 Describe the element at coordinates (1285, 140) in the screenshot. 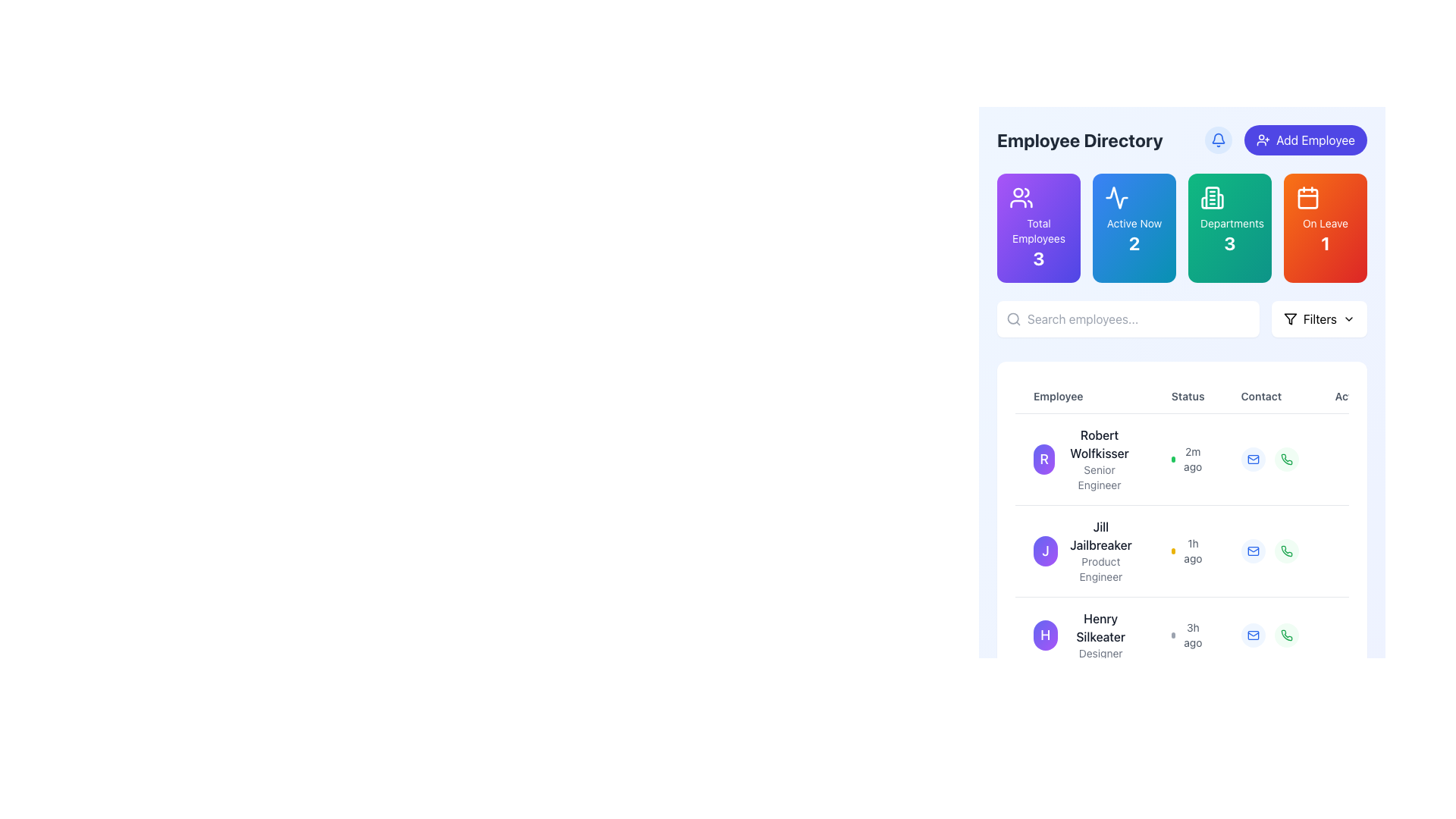

I see `the 'Add Employee' button located at the top-right of the 'Employee Directory' section` at that location.